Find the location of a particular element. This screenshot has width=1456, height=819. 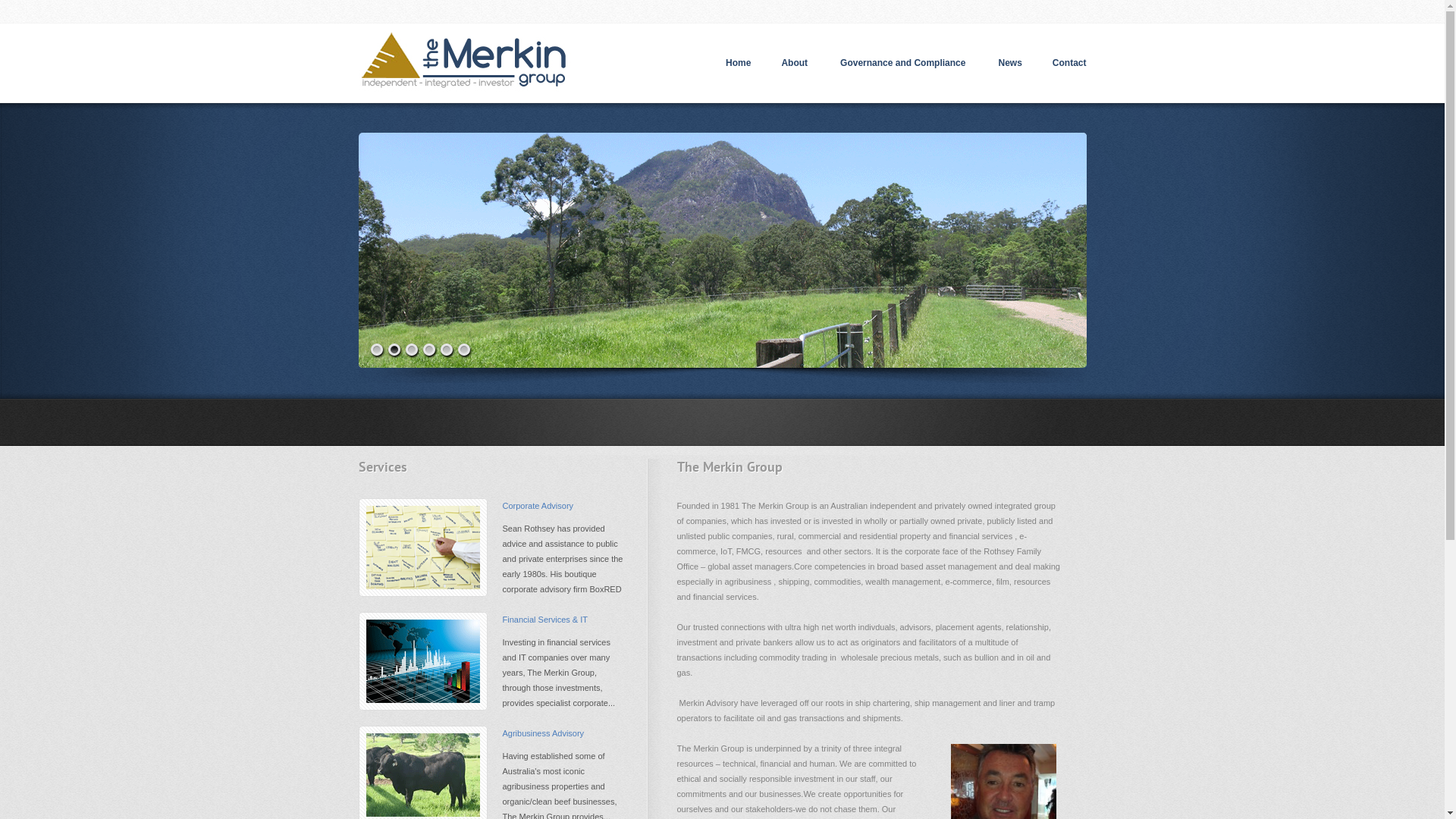

'2' is located at coordinates (394, 351).